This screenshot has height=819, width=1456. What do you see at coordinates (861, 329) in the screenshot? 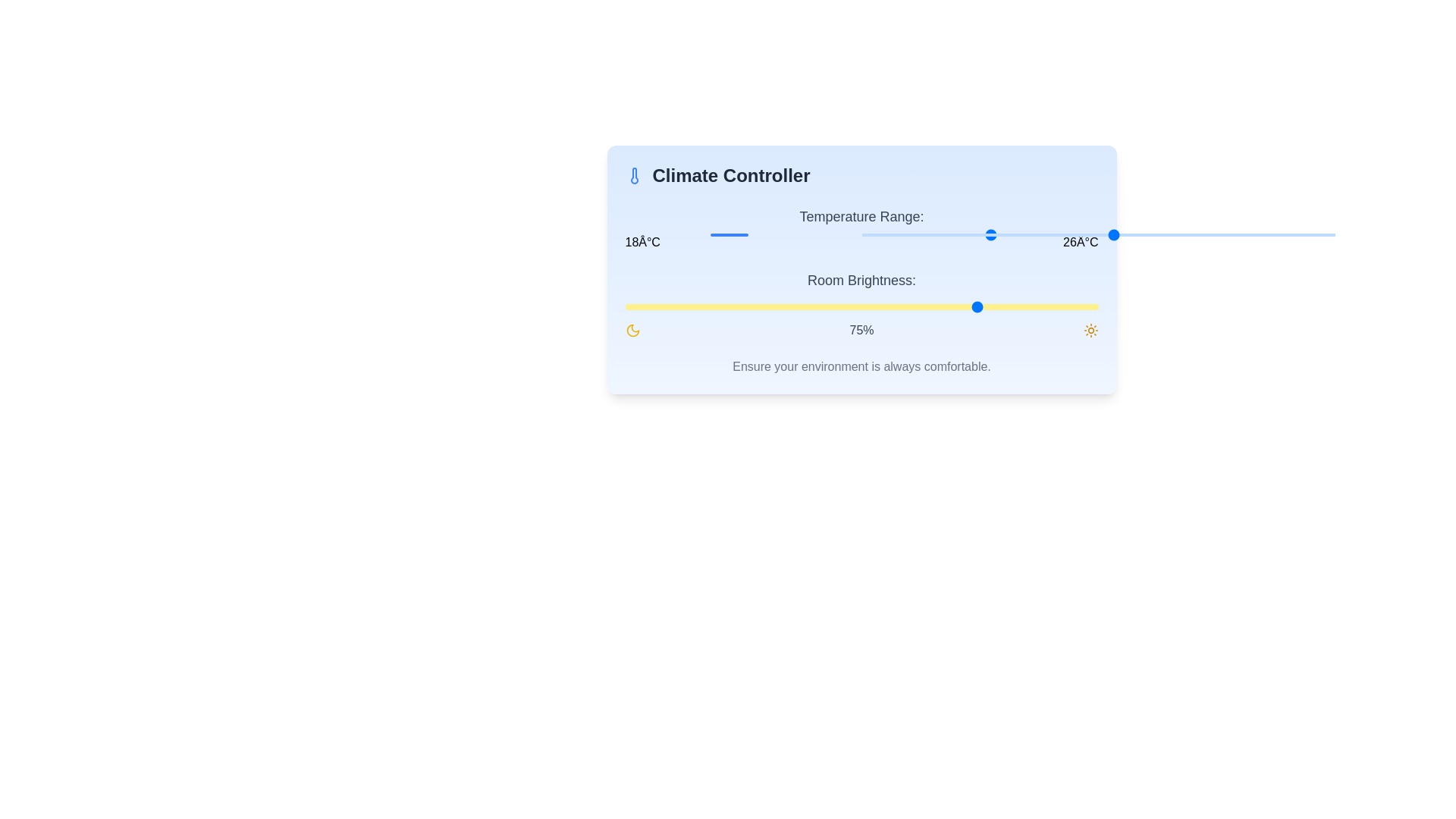
I see `the brightness level label, which displays the current brightness percentage, located in the 'Room Brightness' section between the moon and sun symbols` at bounding box center [861, 329].